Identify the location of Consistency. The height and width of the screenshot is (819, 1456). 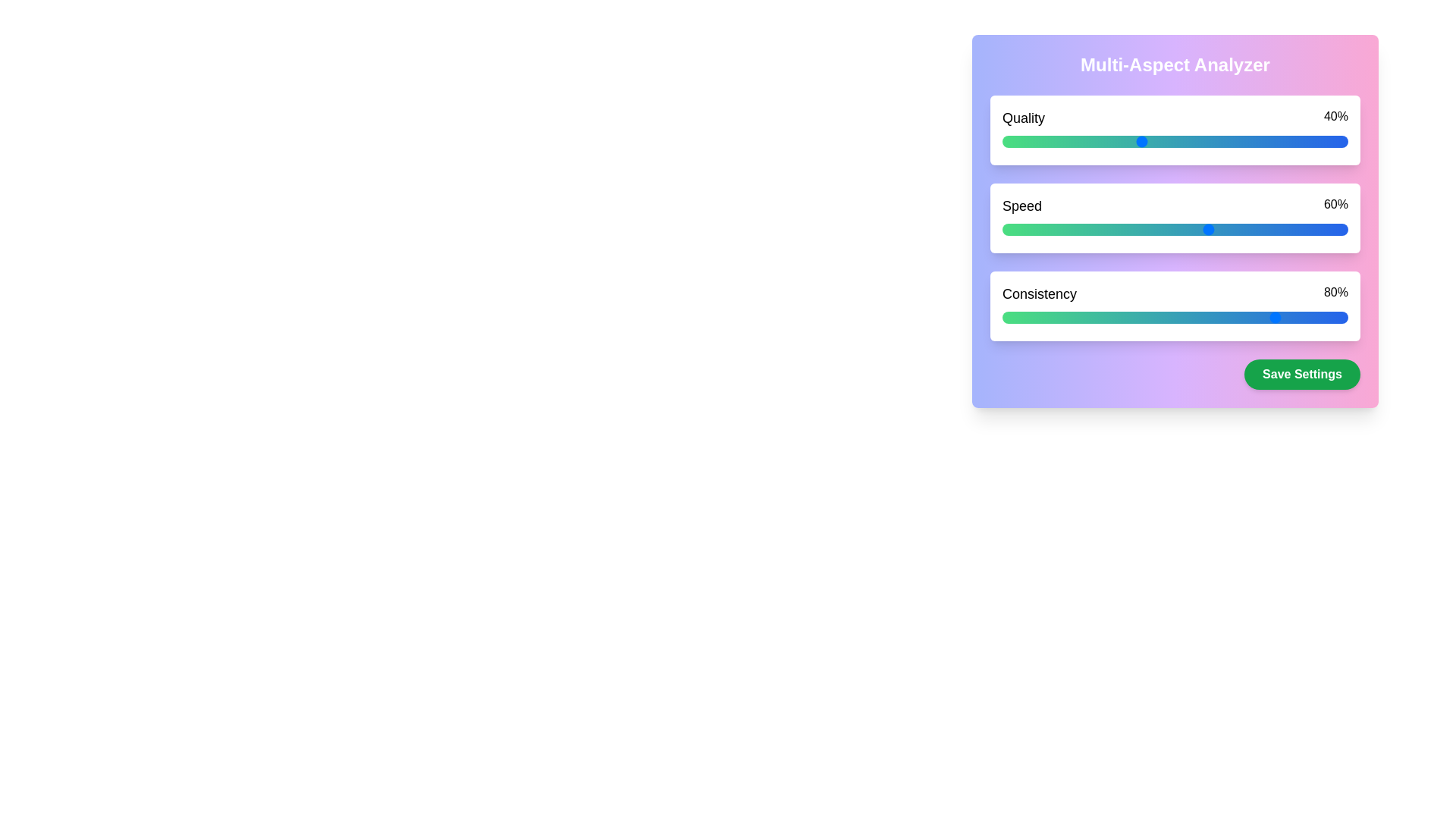
(1223, 317).